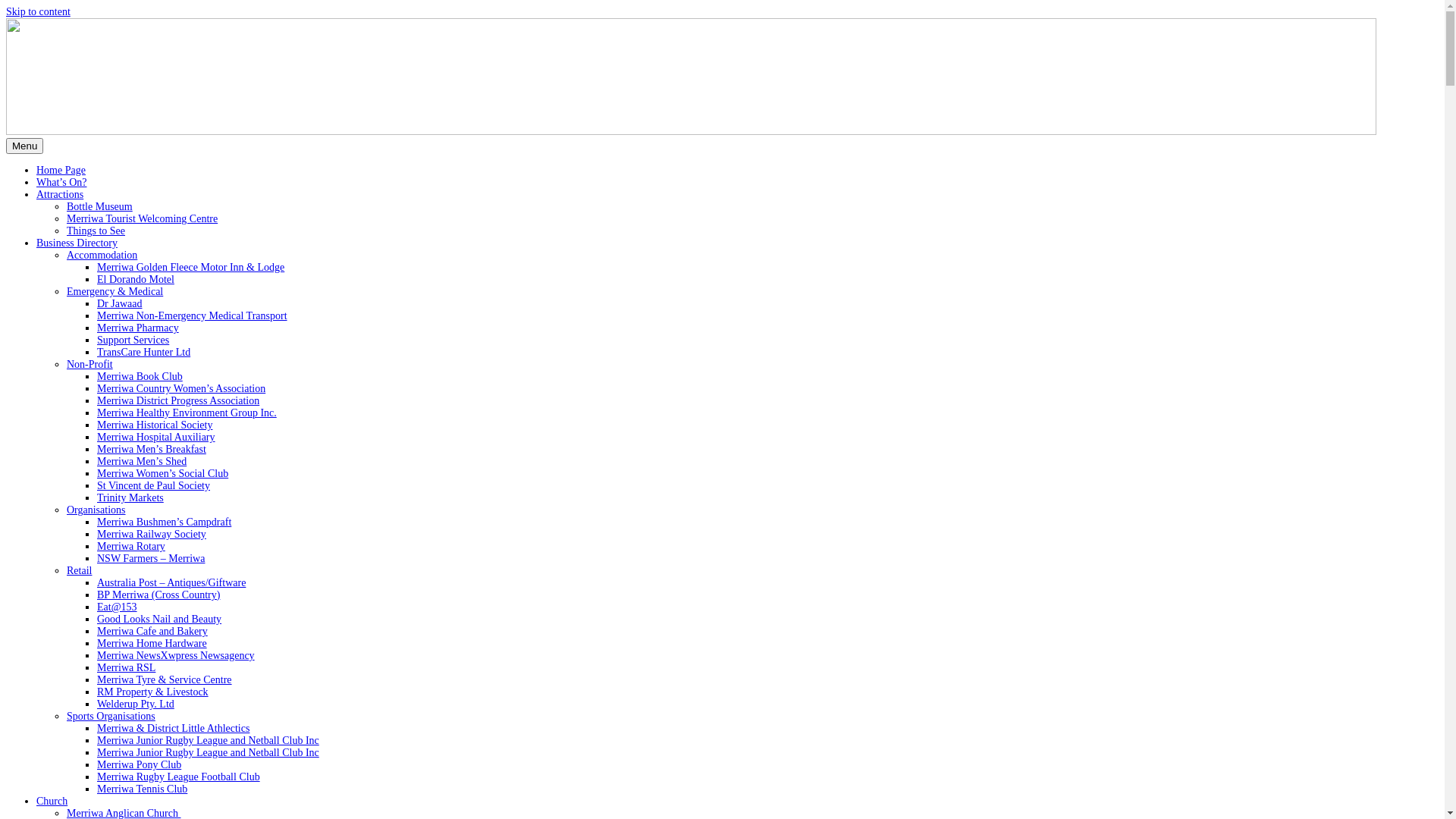 The image size is (1456, 819). Describe the element at coordinates (175, 654) in the screenshot. I see `'Merriwa NewsXwpress Newsagency'` at that location.